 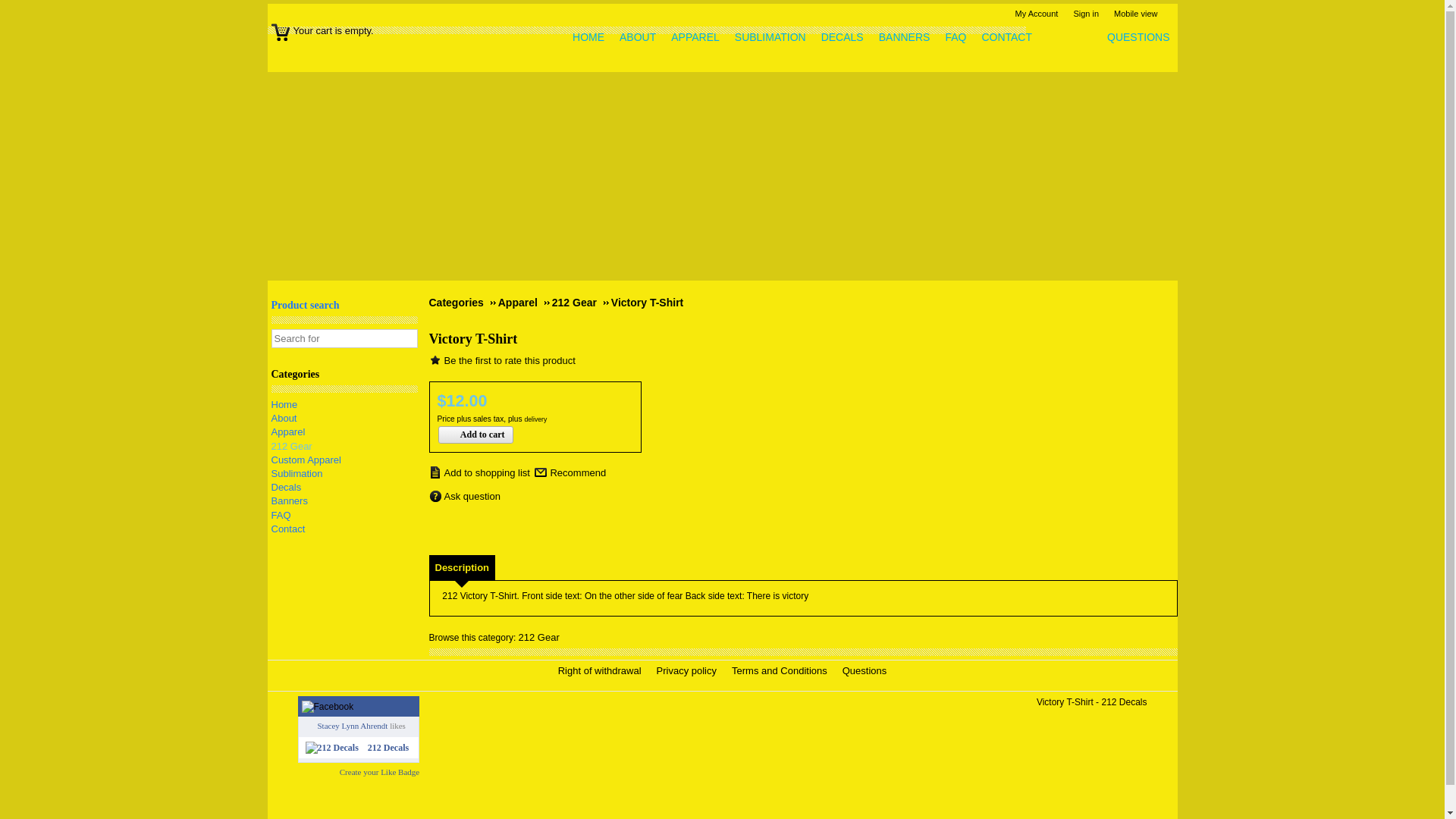 What do you see at coordinates (1142, 36) in the screenshot?
I see `'QUESTIONS'` at bounding box center [1142, 36].